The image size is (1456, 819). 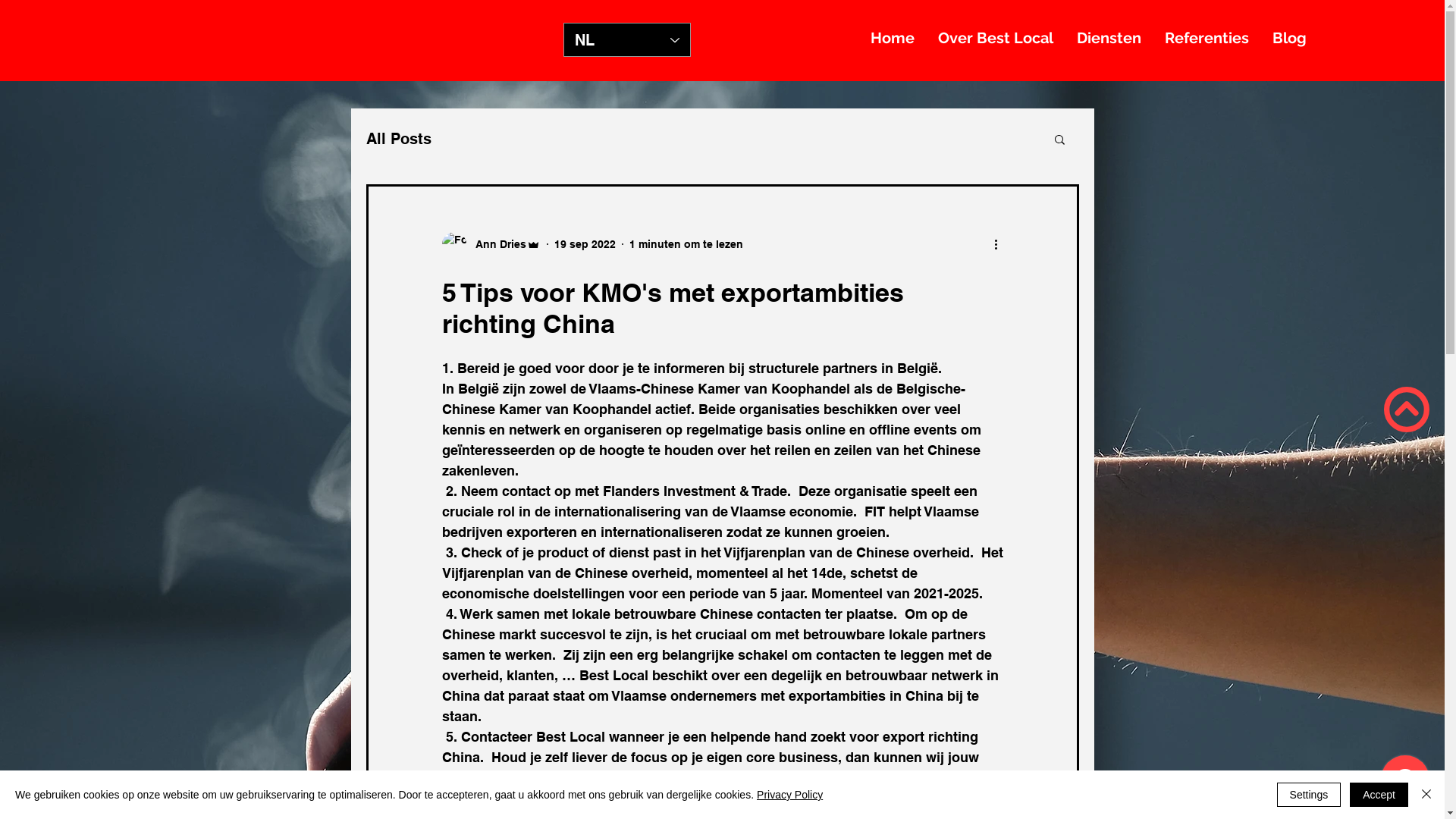 I want to click on 'Blog', so click(x=1260, y=37).